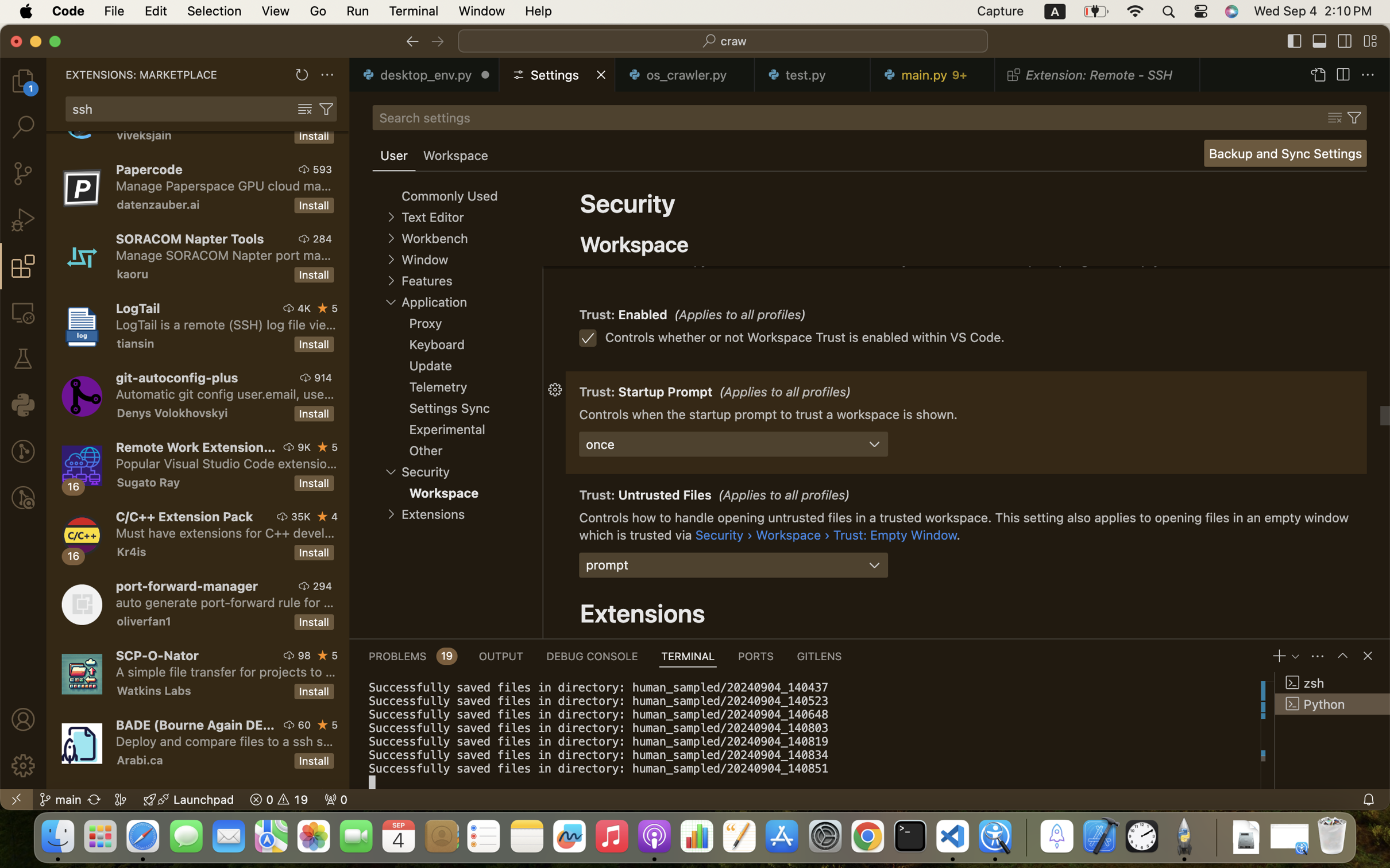 The height and width of the screenshot is (868, 1390). Describe the element at coordinates (426, 450) in the screenshot. I see `'Other'` at that location.